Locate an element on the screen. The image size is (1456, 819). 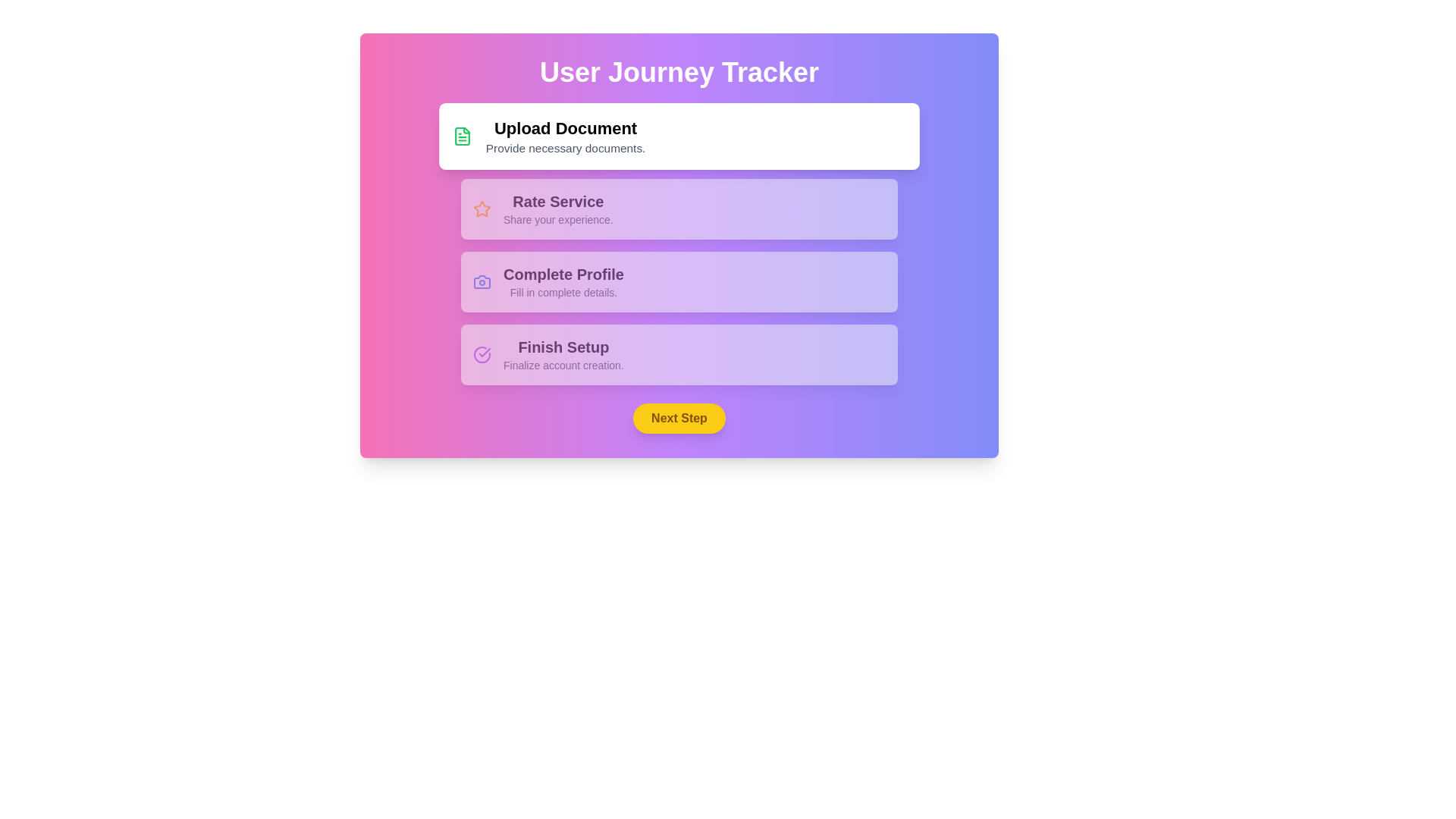
text from the multiline Text Label that prompts users to complete their profile details, located between 'Rate Service' and 'Finish Setup' is located at coordinates (563, 281).